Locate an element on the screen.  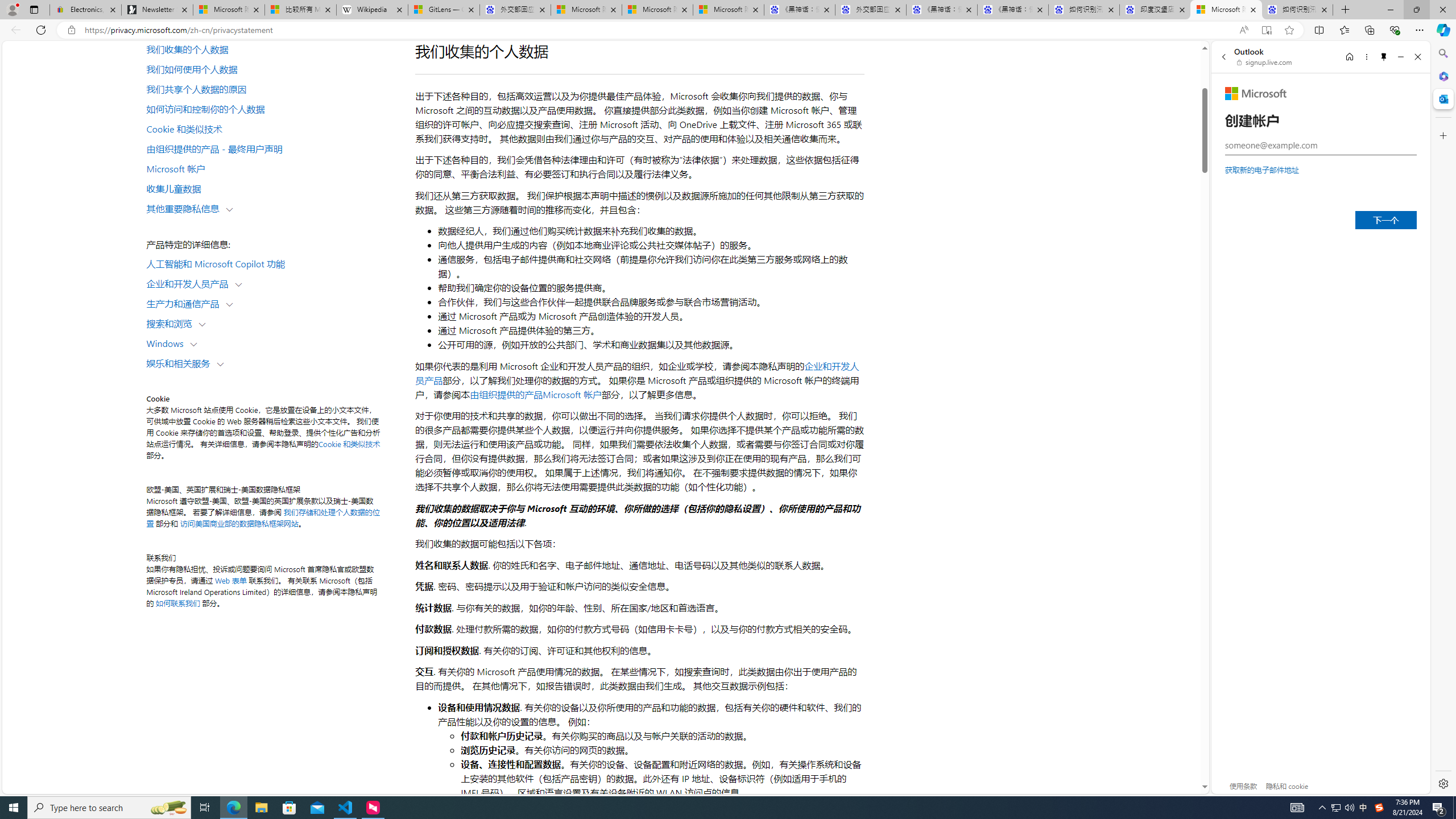
'Electronics, Cars, Fashion, Collectibles & More | eBay' is located at coordinates (85, 9).